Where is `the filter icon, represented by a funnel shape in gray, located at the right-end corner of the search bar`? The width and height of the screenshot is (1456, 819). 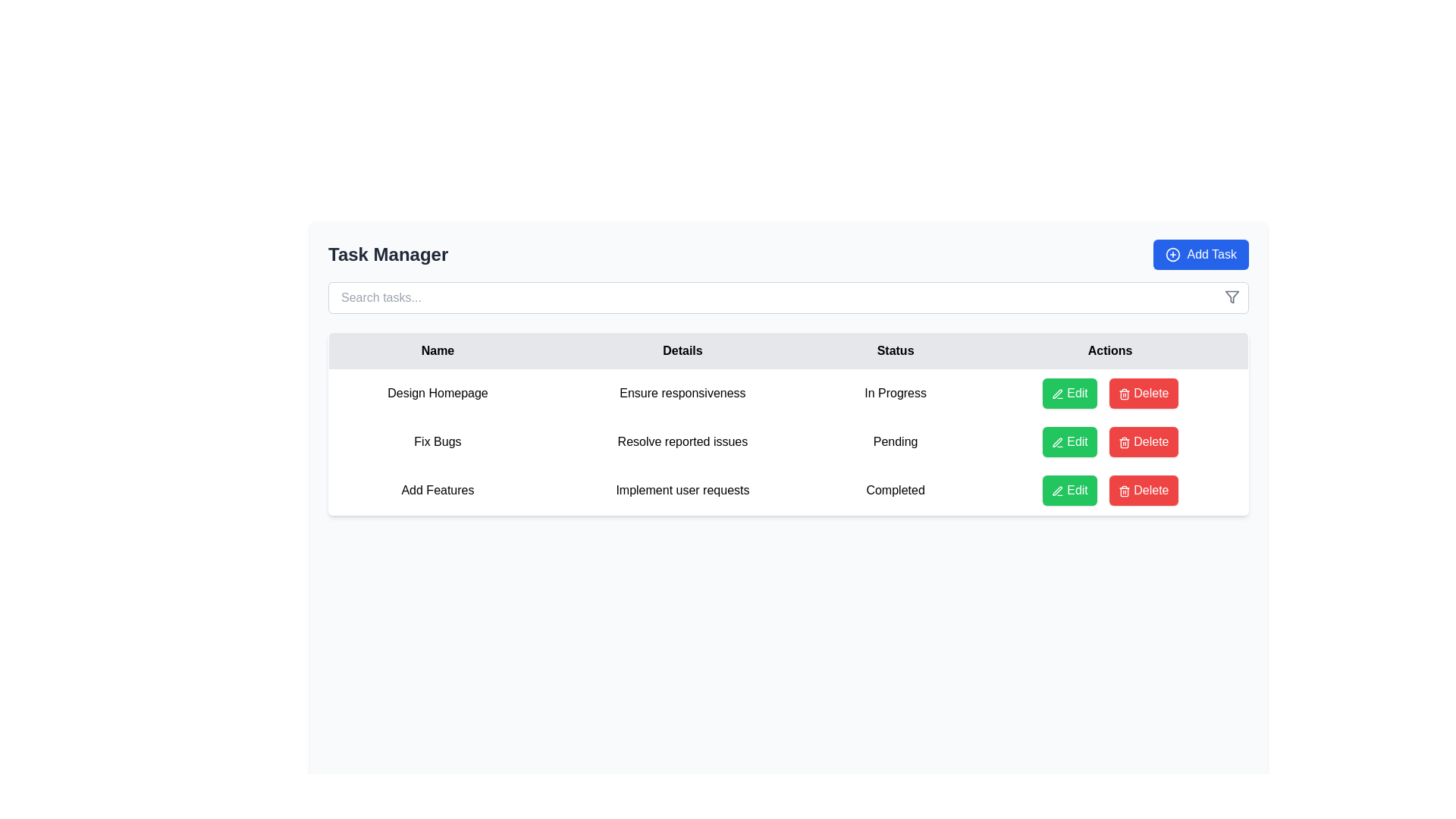
the filter icon, represented by a funnel shape in gray, located at the right-end corner of the search bar is located at coordinates (1232, 297).